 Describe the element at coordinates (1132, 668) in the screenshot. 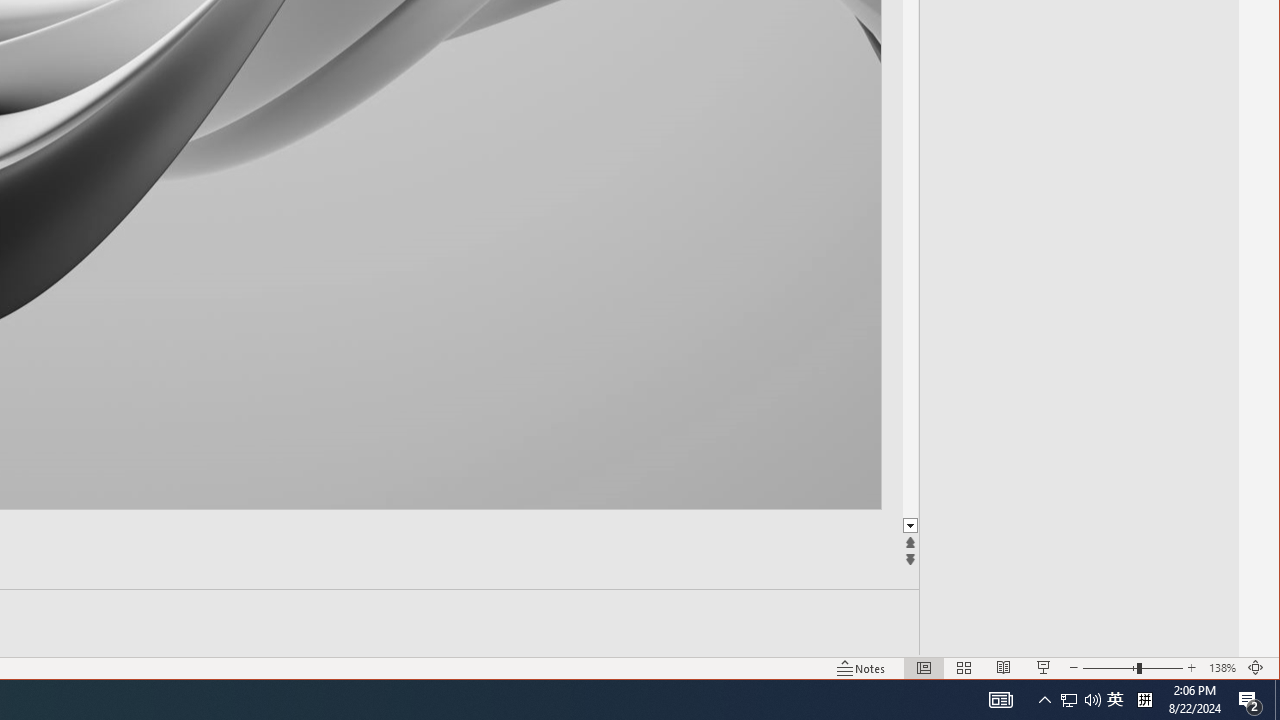

I see `'Zoom'` at that location.